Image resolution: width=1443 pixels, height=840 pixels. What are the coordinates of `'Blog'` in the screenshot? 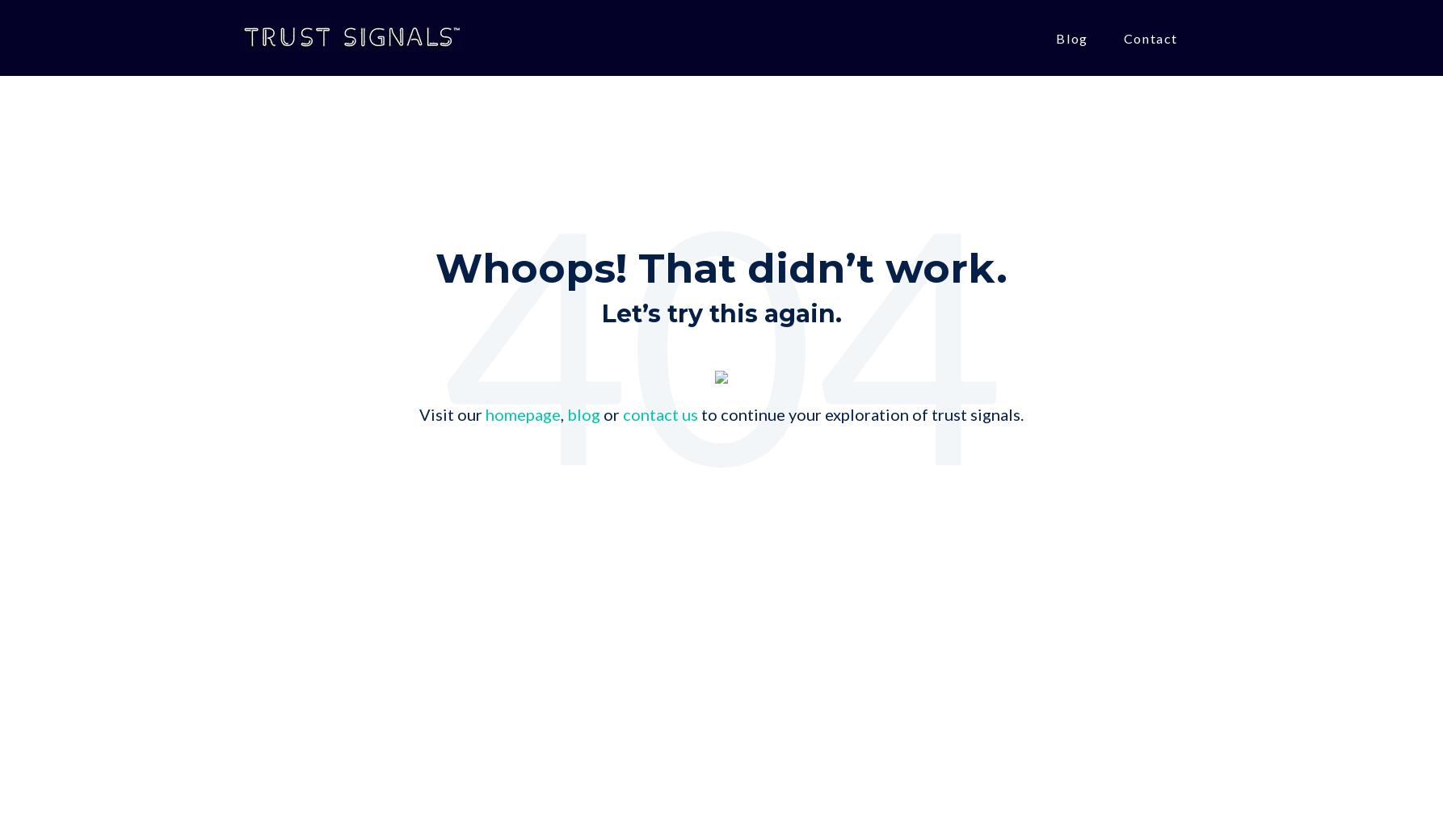 It's located at (1071, 37).